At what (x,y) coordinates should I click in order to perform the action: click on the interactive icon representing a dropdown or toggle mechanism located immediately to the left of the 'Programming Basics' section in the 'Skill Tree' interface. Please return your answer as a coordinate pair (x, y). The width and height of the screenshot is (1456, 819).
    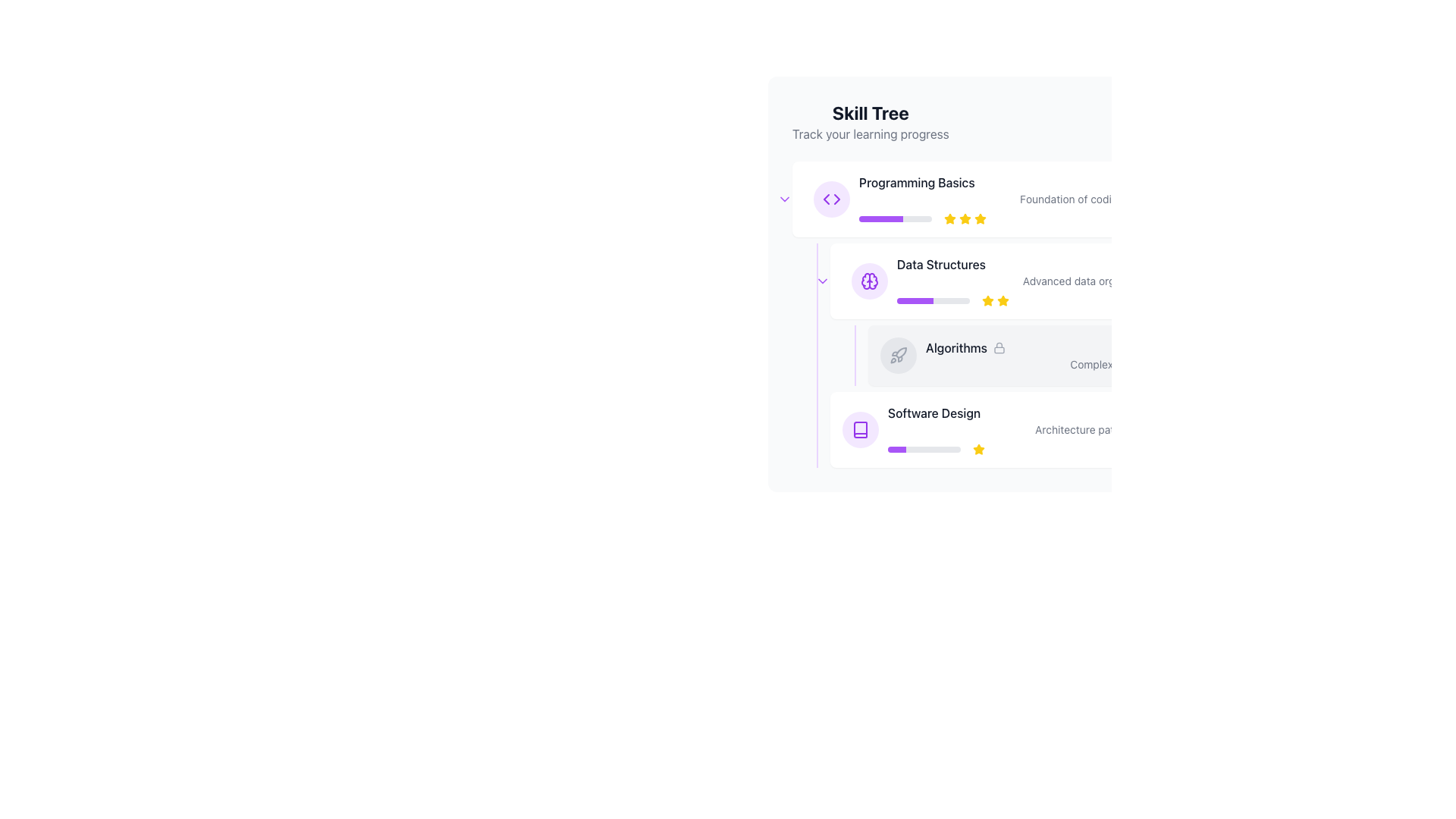
    Looking at the image, I should click on (785, 198).